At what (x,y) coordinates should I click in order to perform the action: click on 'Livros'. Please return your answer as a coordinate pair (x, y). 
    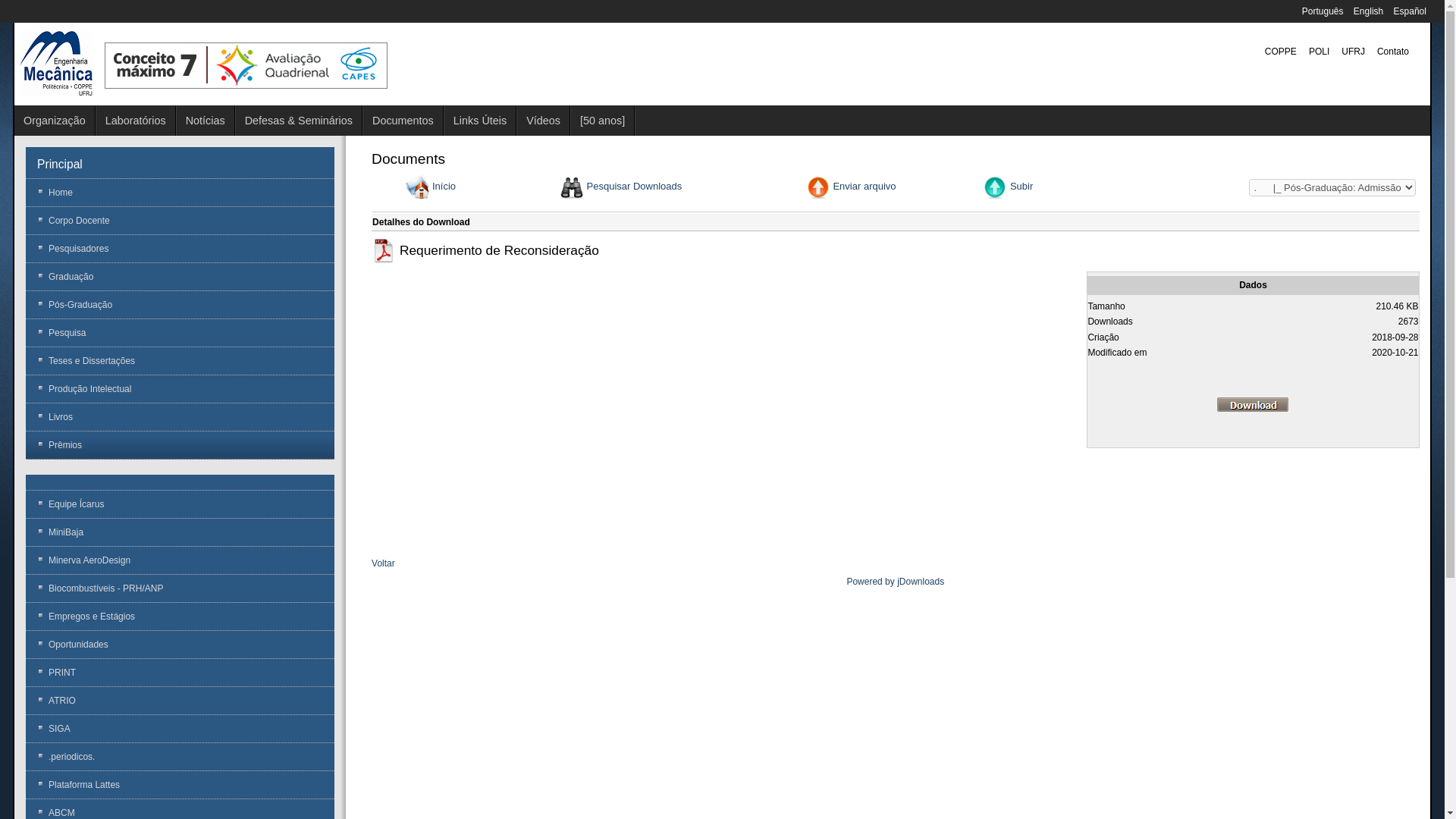
    Looking at the image, I should click on (25, 417).